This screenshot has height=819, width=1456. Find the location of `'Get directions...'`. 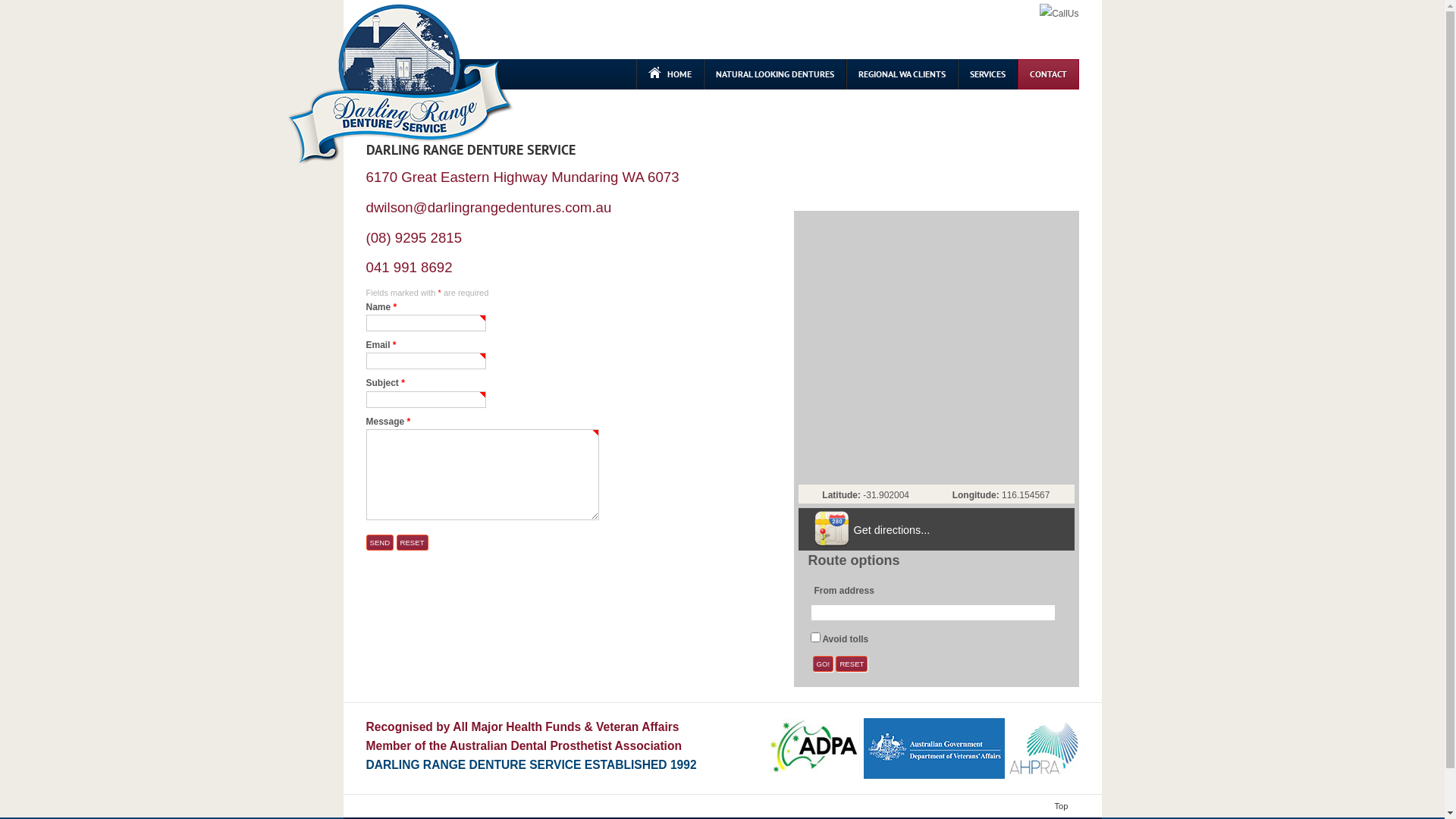

'Get directions...' is located at coordinates (892, 529).